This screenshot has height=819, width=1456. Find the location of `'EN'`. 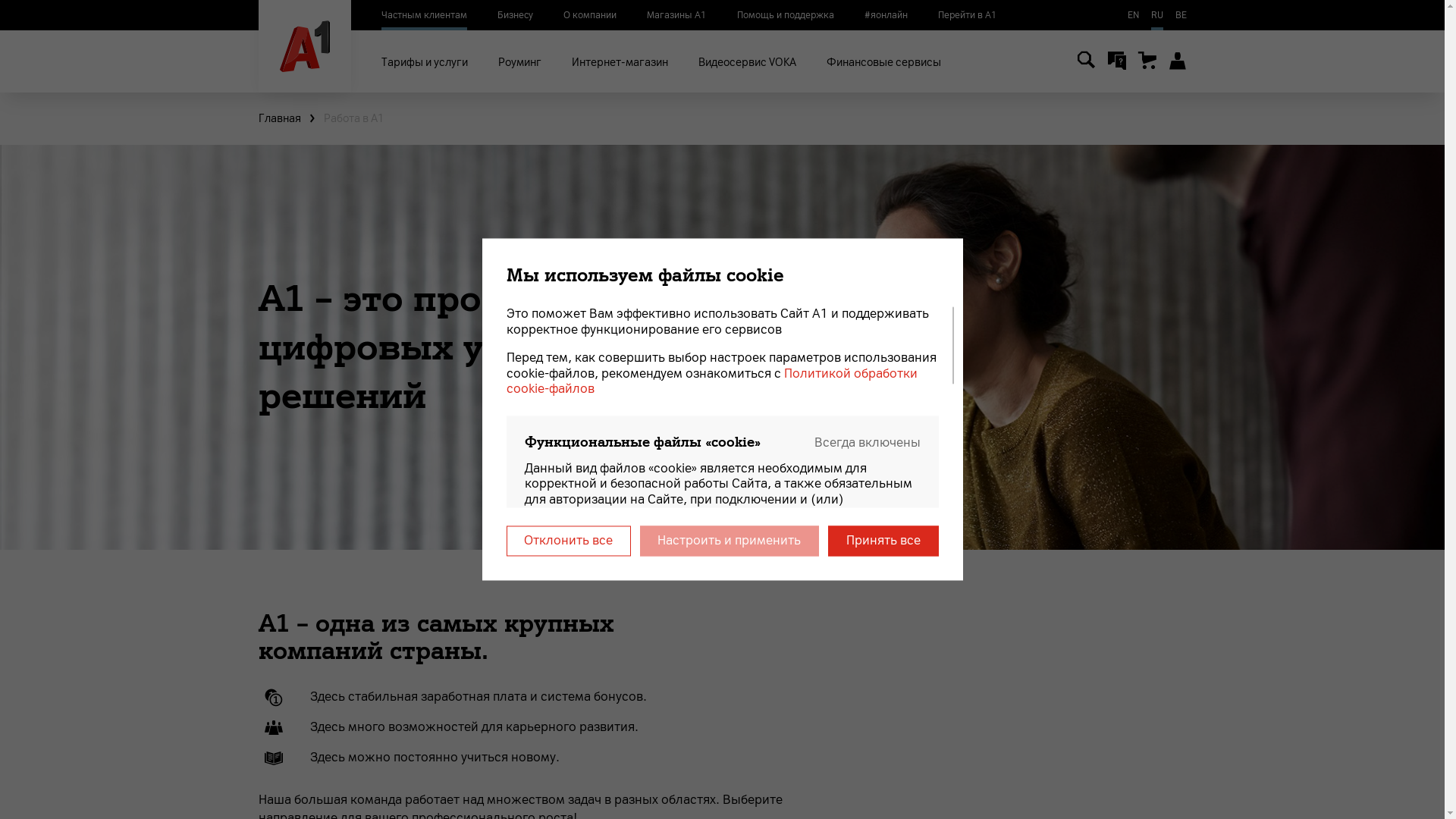

'EN' is located at coordinates (1132, 14).